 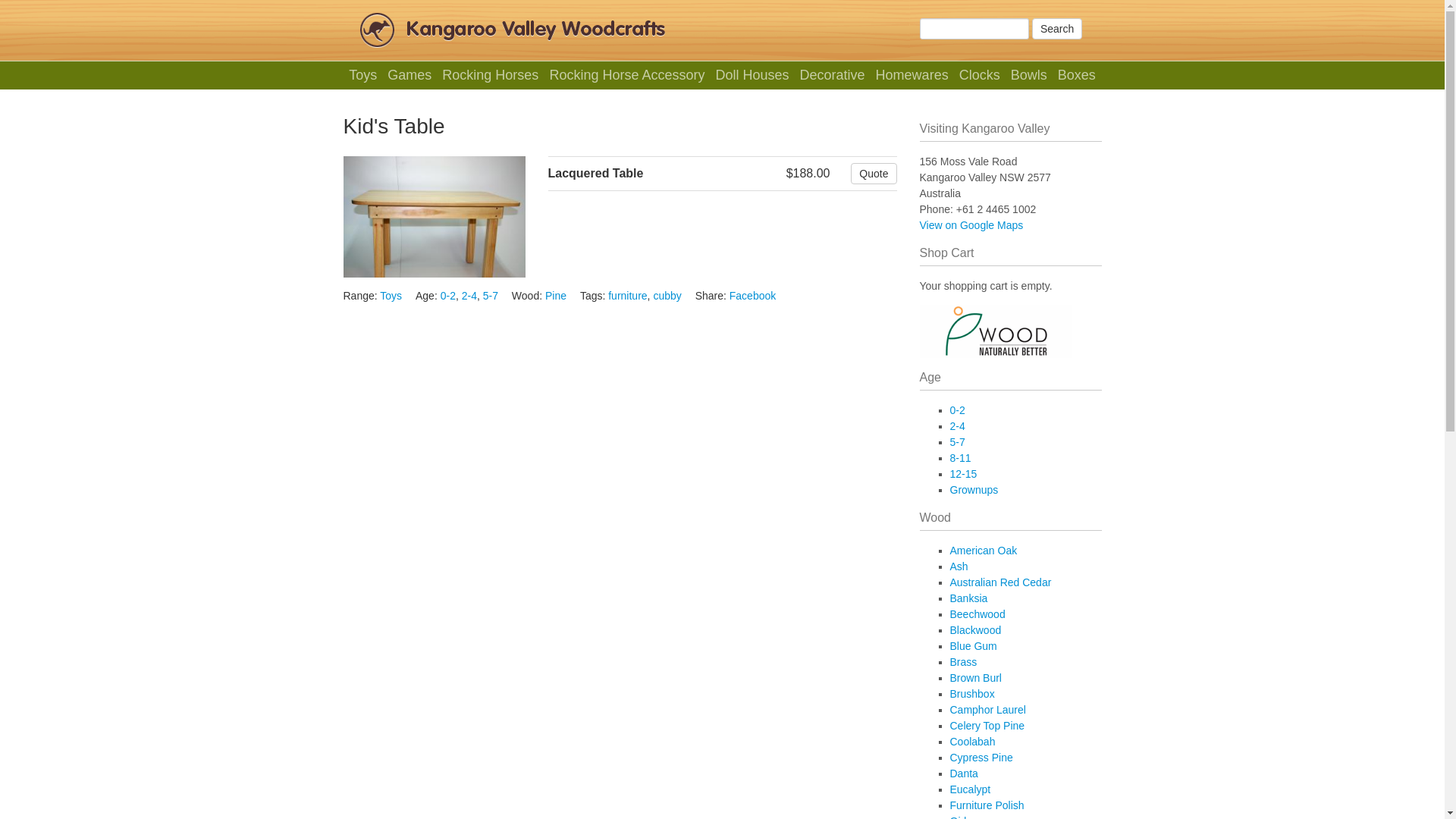 I want to click on 'Banksia', so click(x=949, y=598).